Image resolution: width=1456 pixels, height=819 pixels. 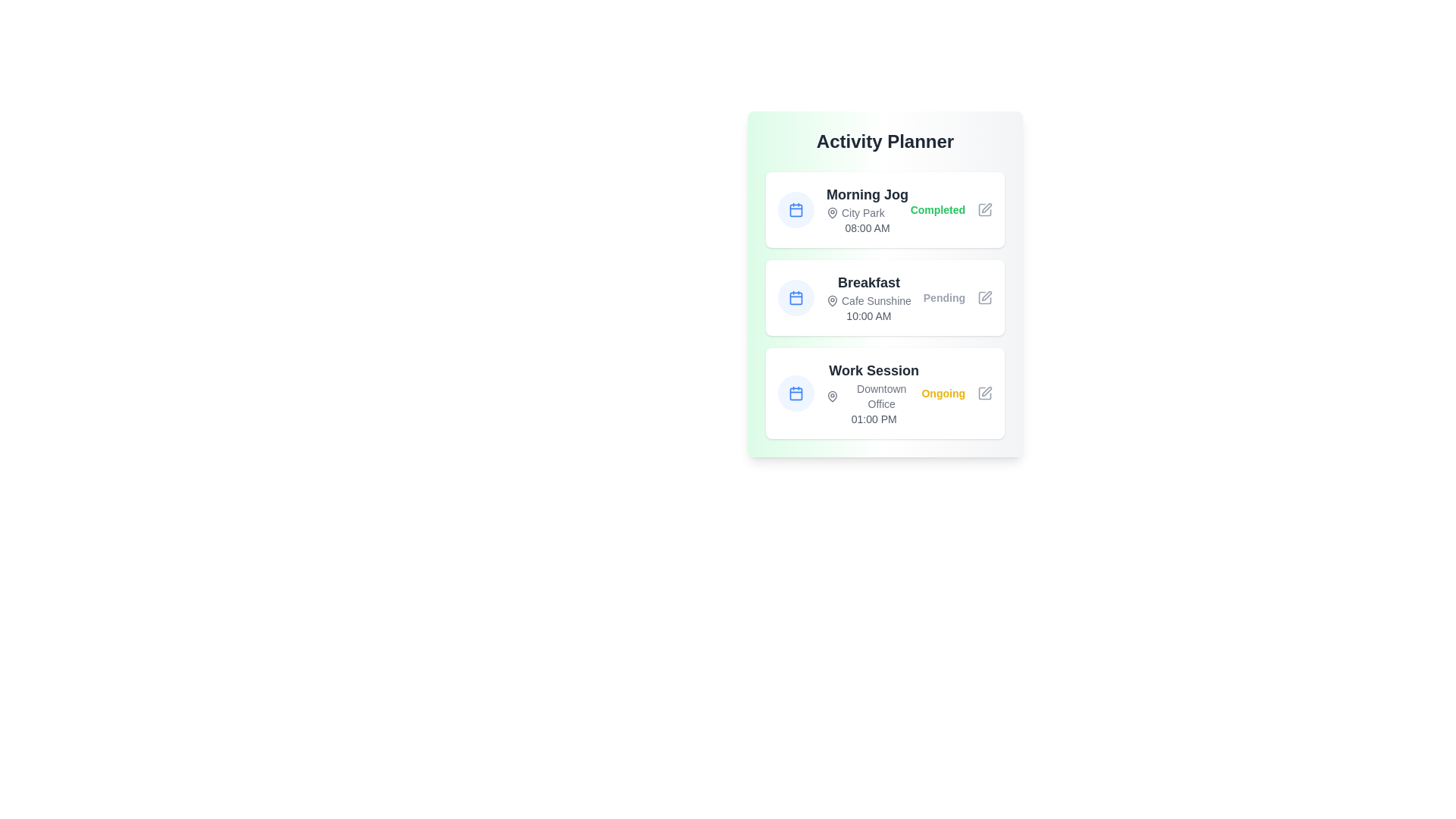 What do you see at coordinates (868, 298) in the screenshot?
I see `the text block displaying activity information titled 'Breakfast' located in the second item of the vertical list in the 'Activity Planner' section` at bounding box center [868, 298].